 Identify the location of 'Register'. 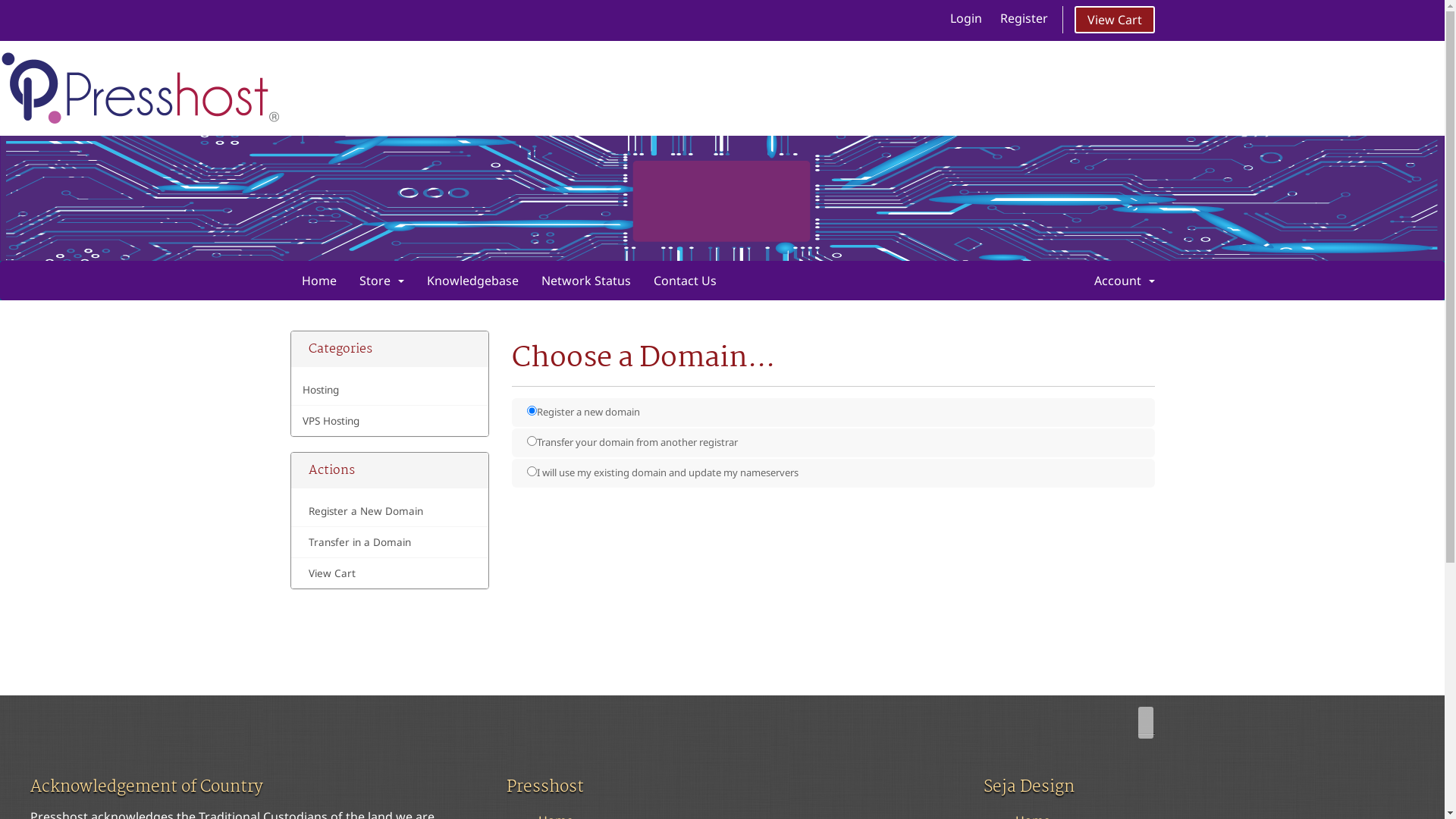
(1023, 17).